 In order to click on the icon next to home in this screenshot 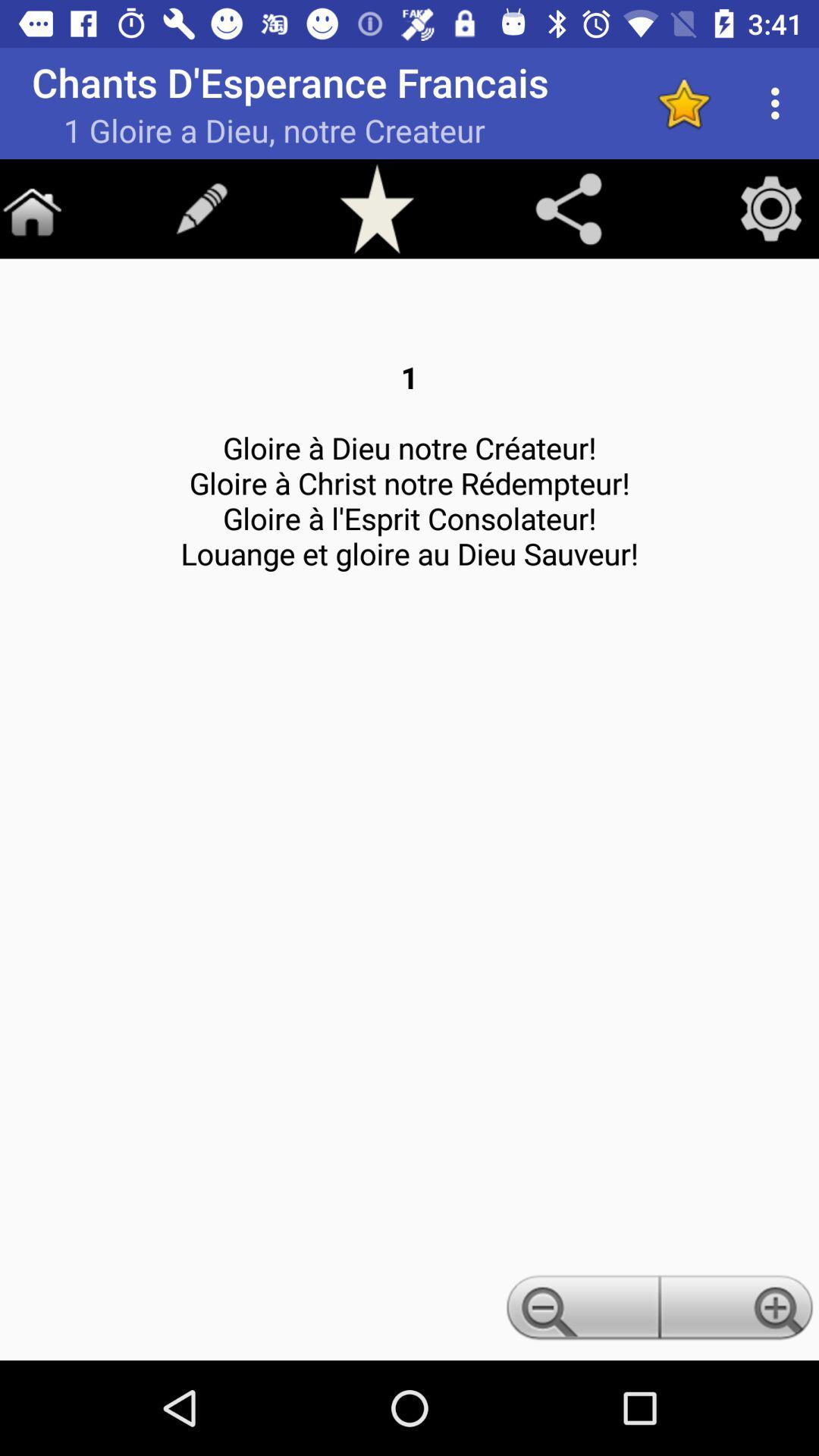, I will do `click(201, 207)`.